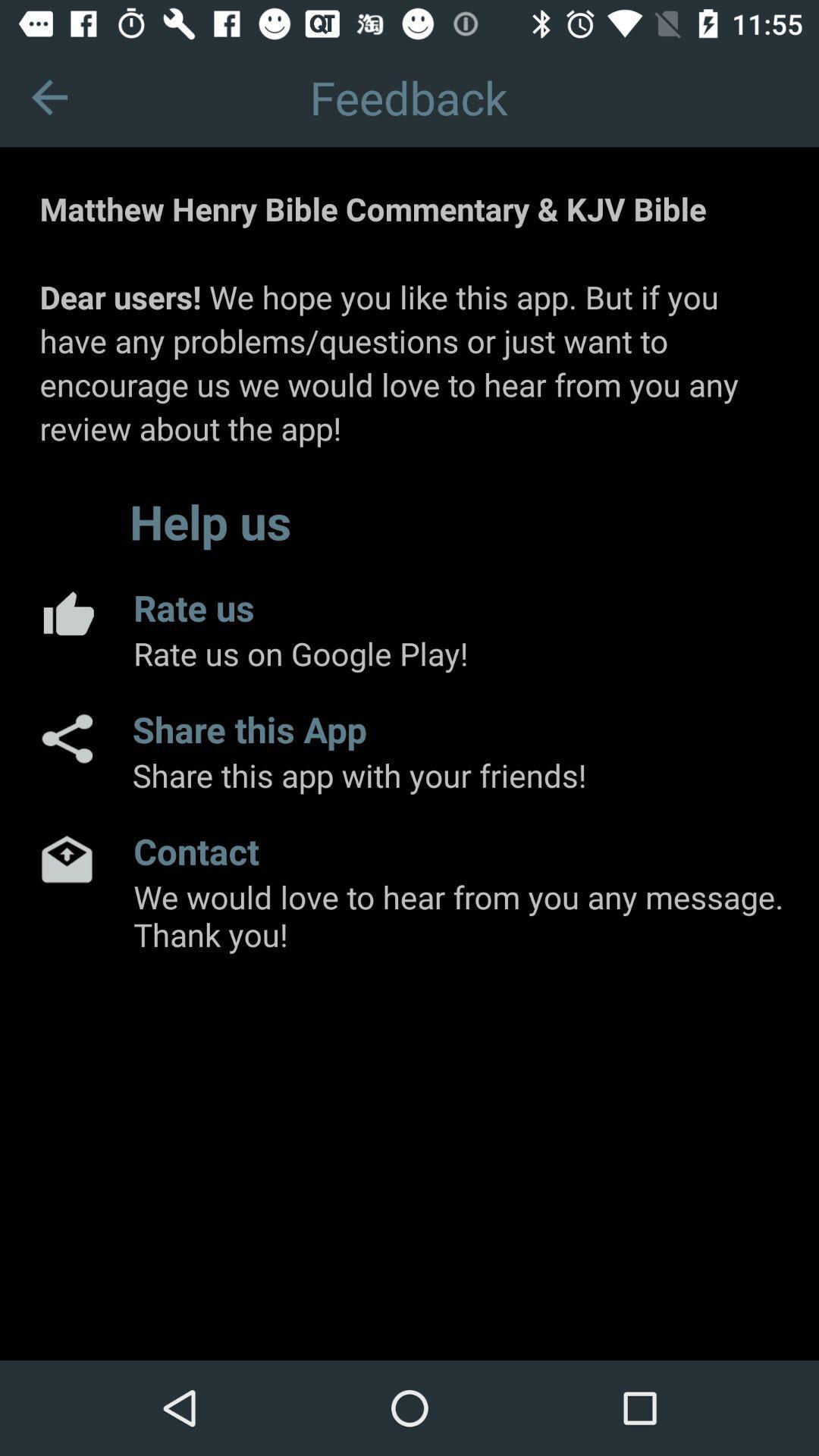 The height and width of the screenshot is (1456, 819). Describe the element at coordinates (49, 96) in the screenshot. I see `the arrow_backward icon` at that location.